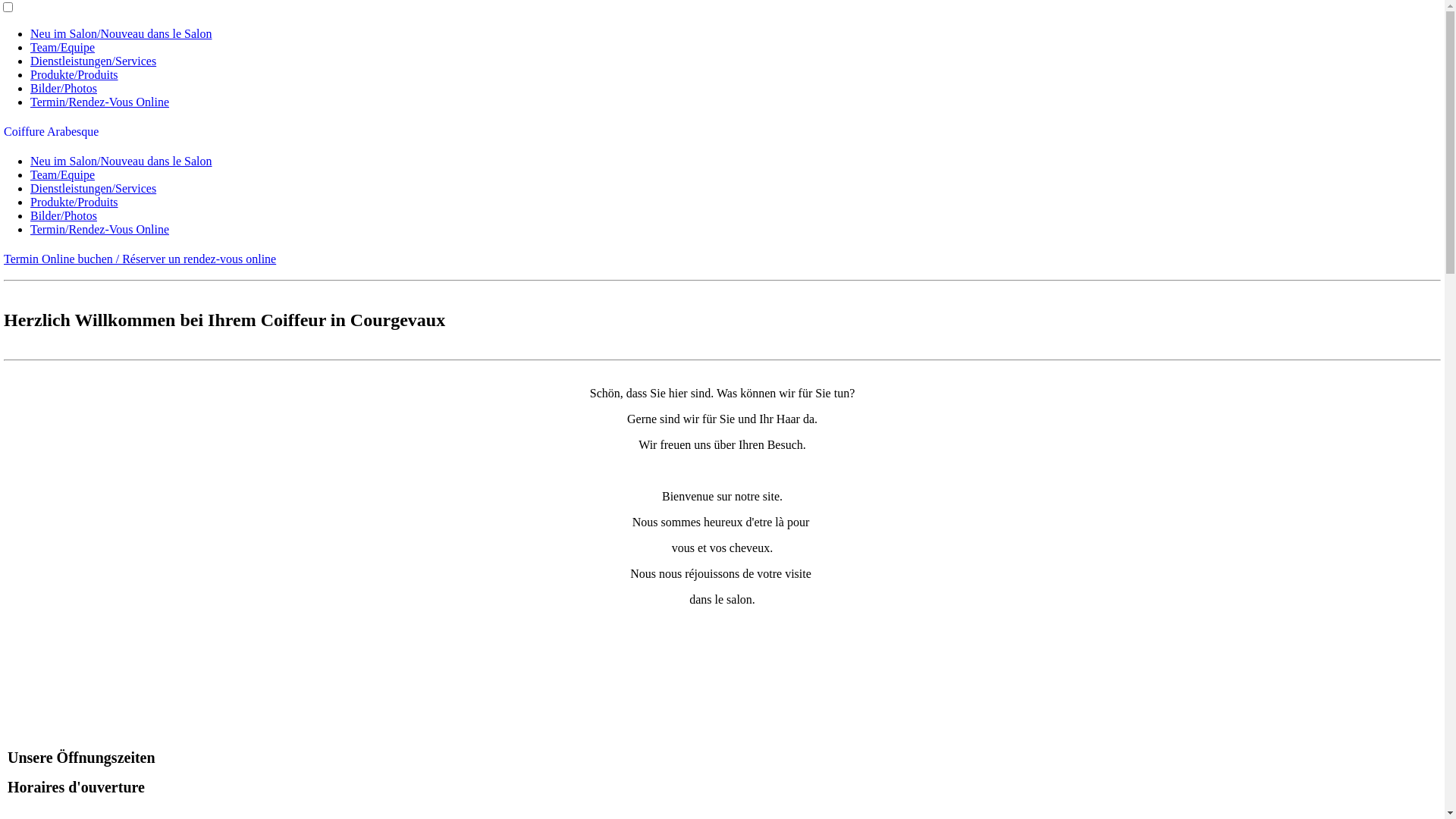  I want to click on 'Dienstleistungen/Services', so click(93, 60).